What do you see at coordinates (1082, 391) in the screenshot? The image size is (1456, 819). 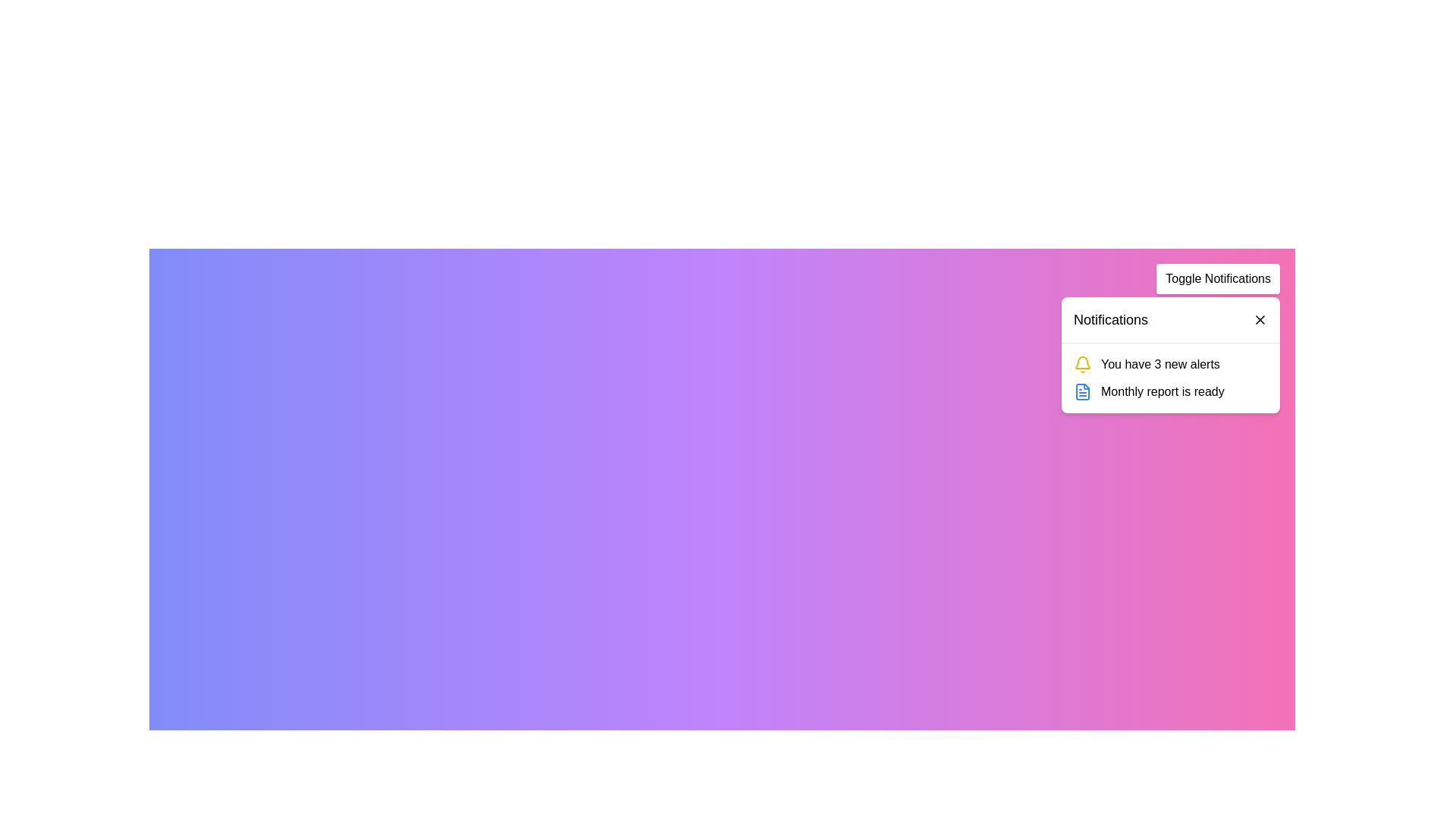 I see `the file or document icon that serves as a visual cue for the notification message indicating 'Monthly report is ready'` at bounding box center [1082, 391].